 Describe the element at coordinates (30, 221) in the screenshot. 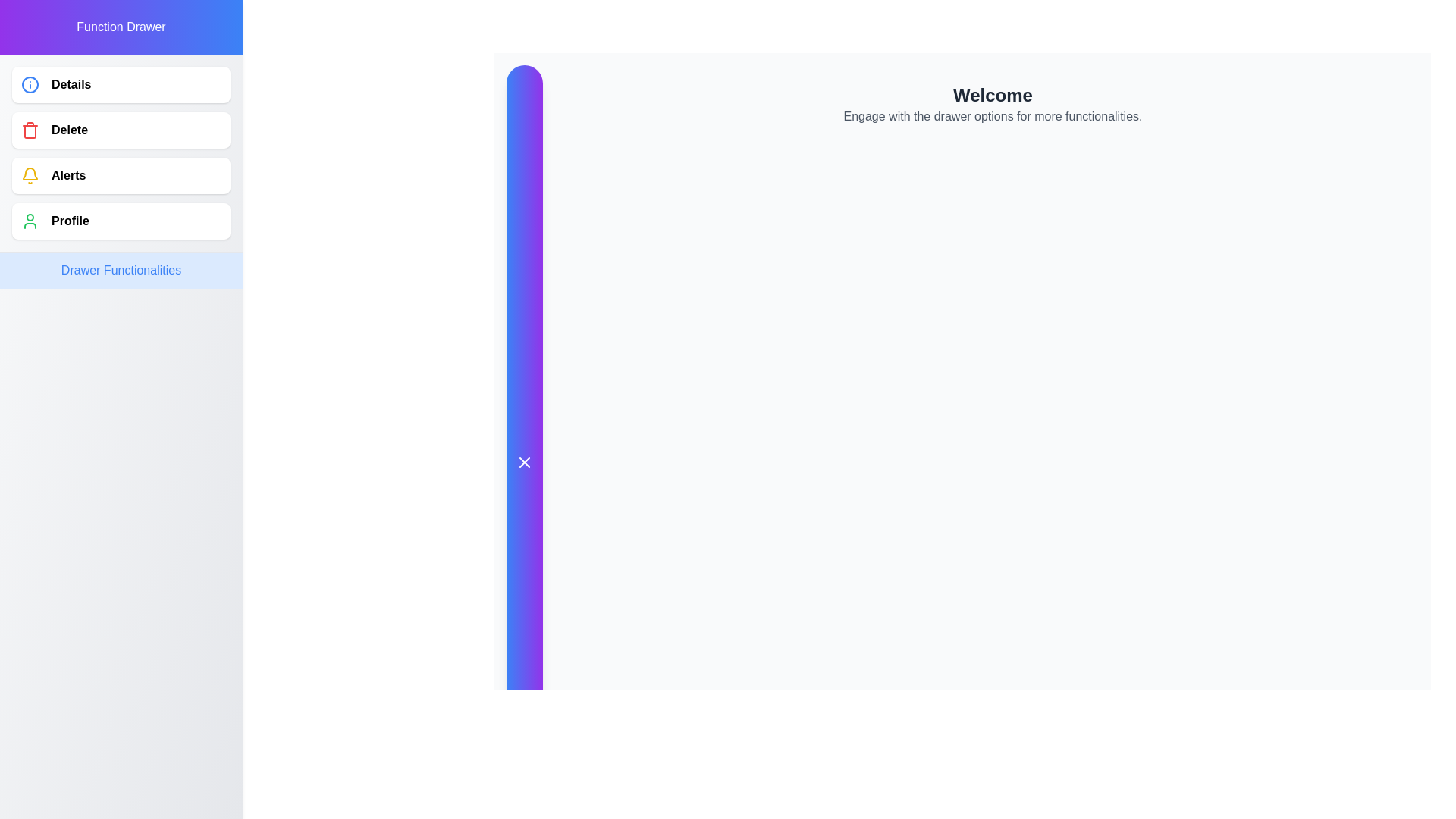

I see `the green outlined user profile icon located to the left of the text 'Profile' in the function drawer menu` at that location.